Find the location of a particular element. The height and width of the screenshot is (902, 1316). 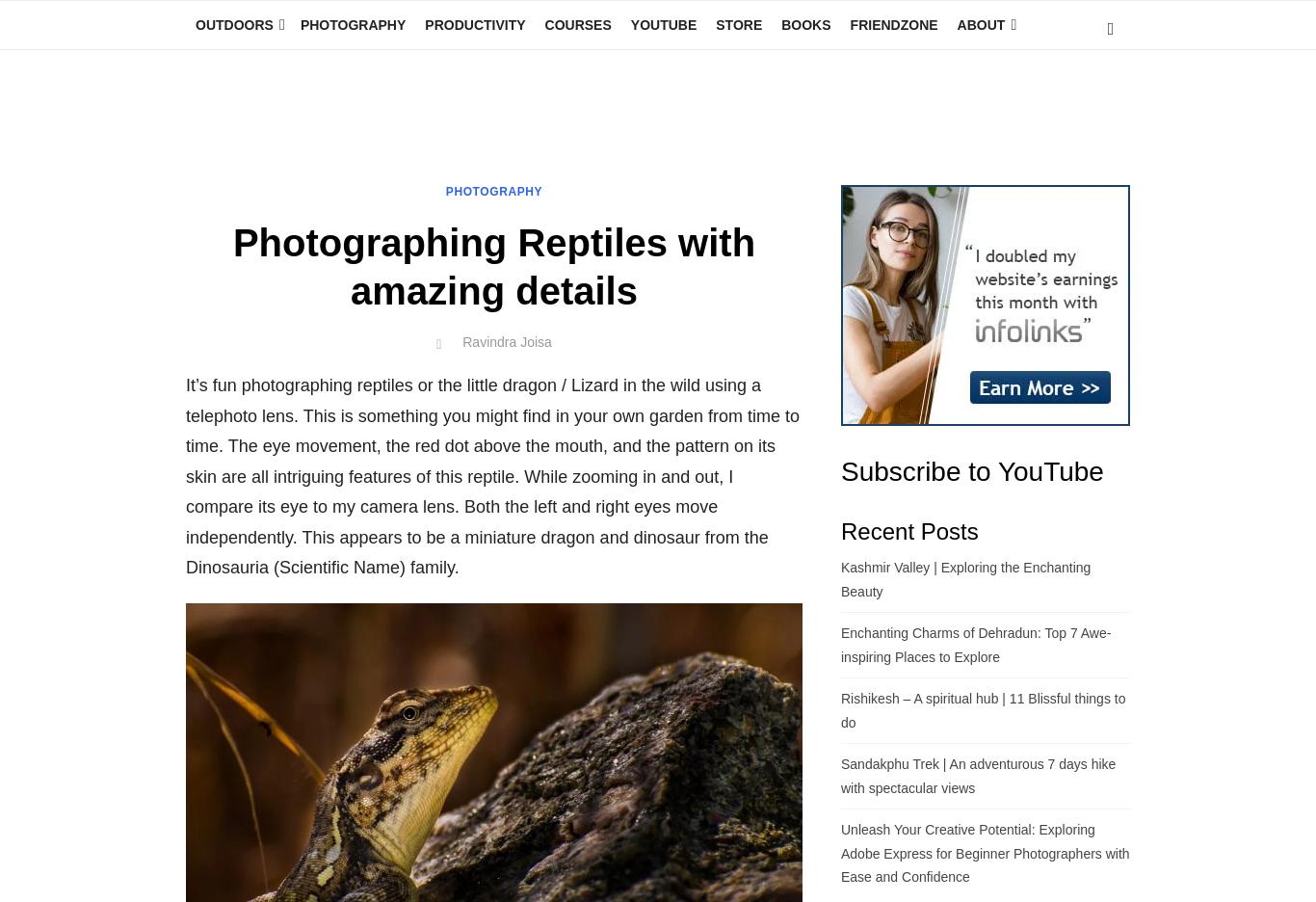

'YouTube' is located at coordinates (663, 24).